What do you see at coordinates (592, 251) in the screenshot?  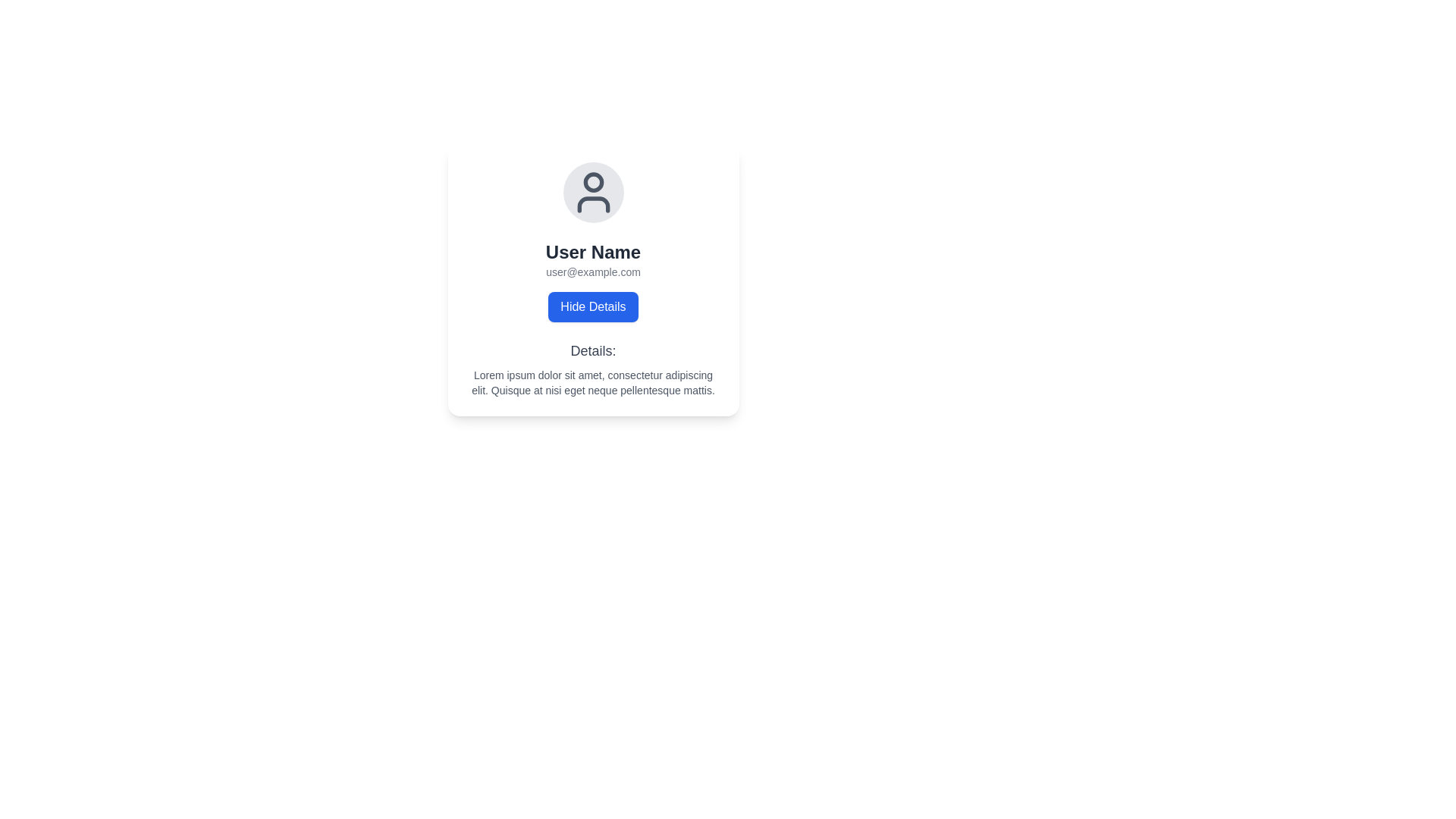 I see `the user's name text label, which is prominently displayed below the avatar icon and above the email address in the centered card component` at bounding box center [592, 251].